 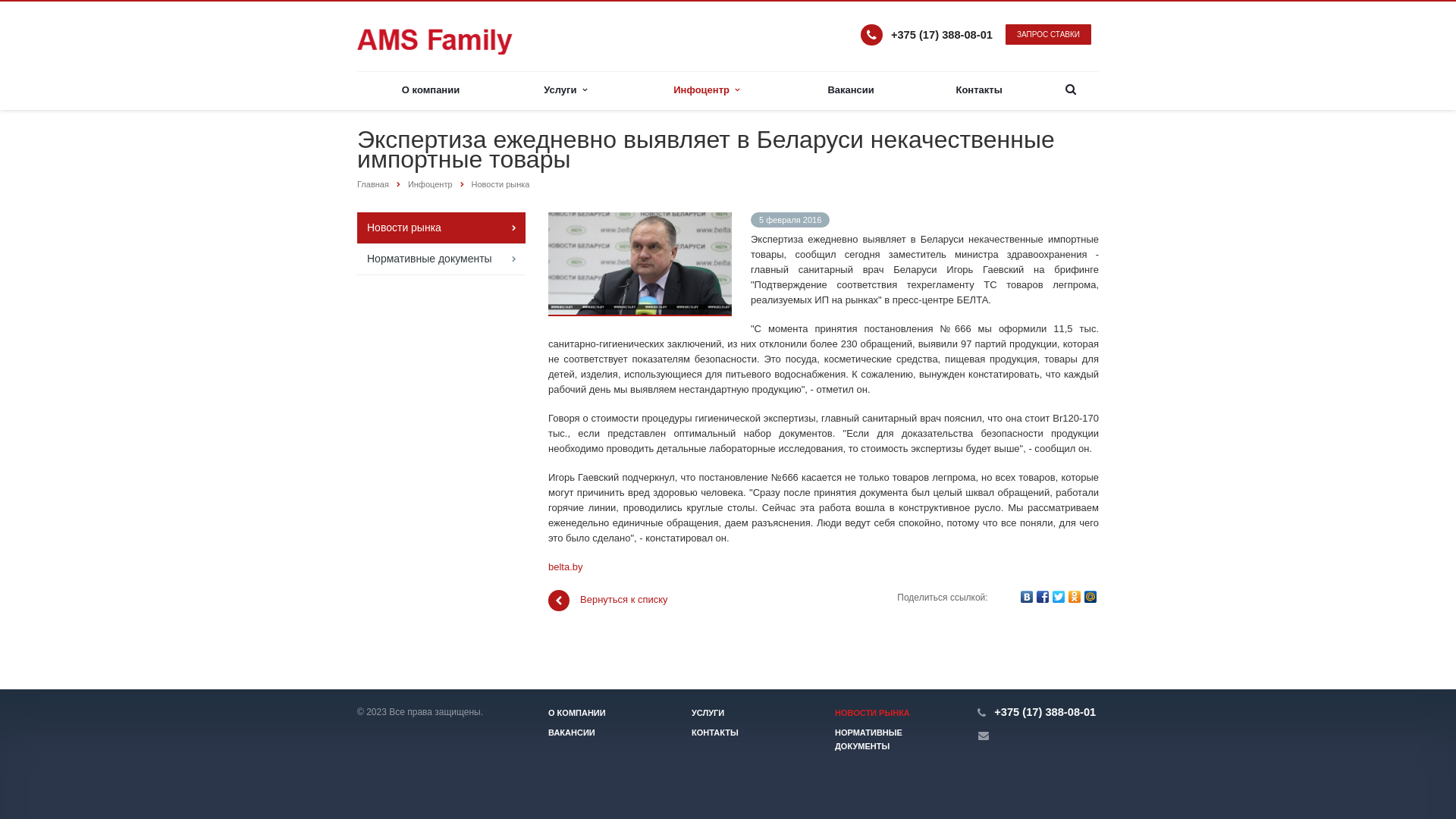 What do you see at coordinates (548, 566) in the screenshot?
I see `'belta.by'` at bounding box center [548, 566].